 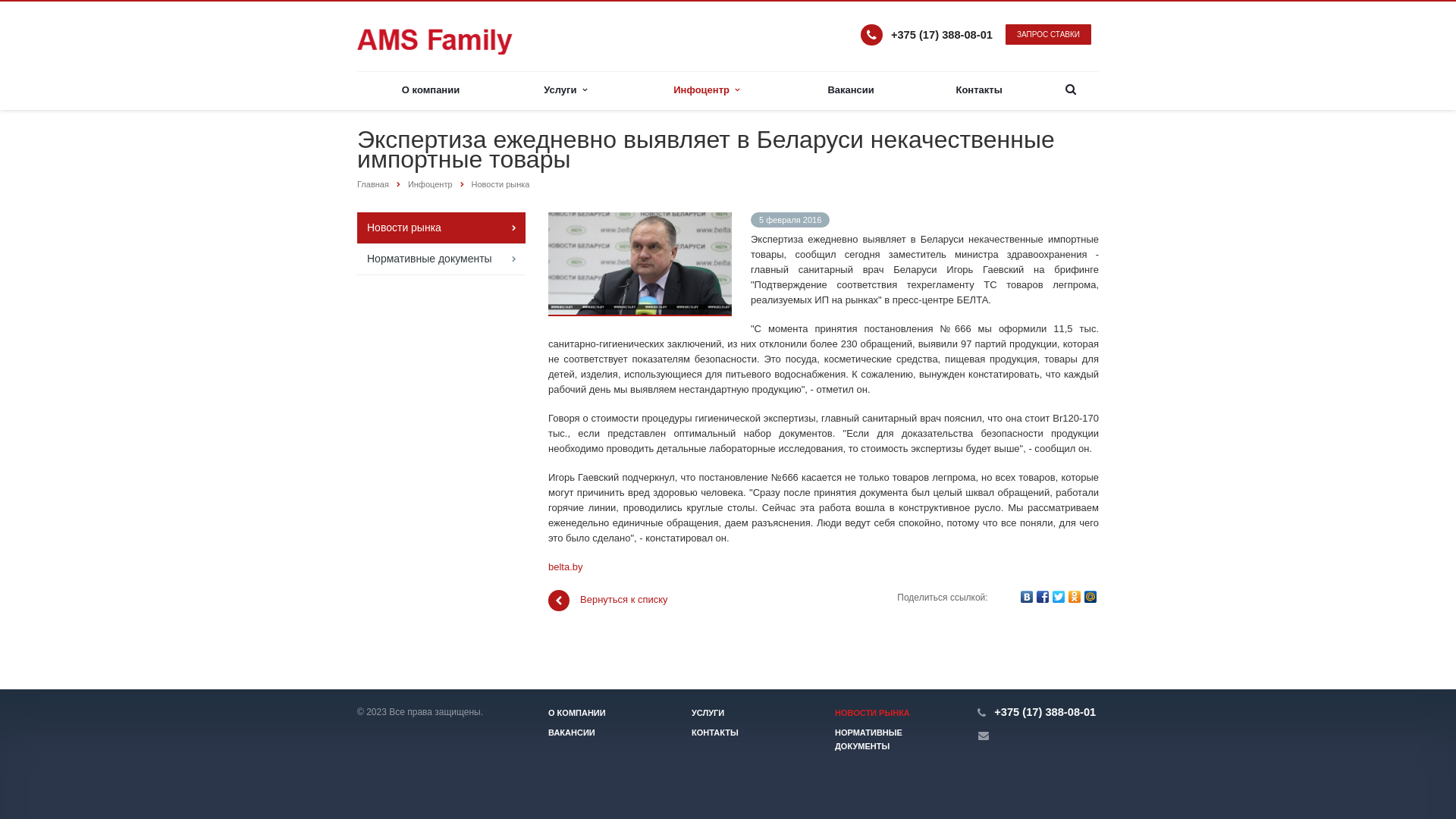 What do you see at coordinates (548, 566) in the screenshot?
I see `'belta.by'` at bounding box center [548, 566].